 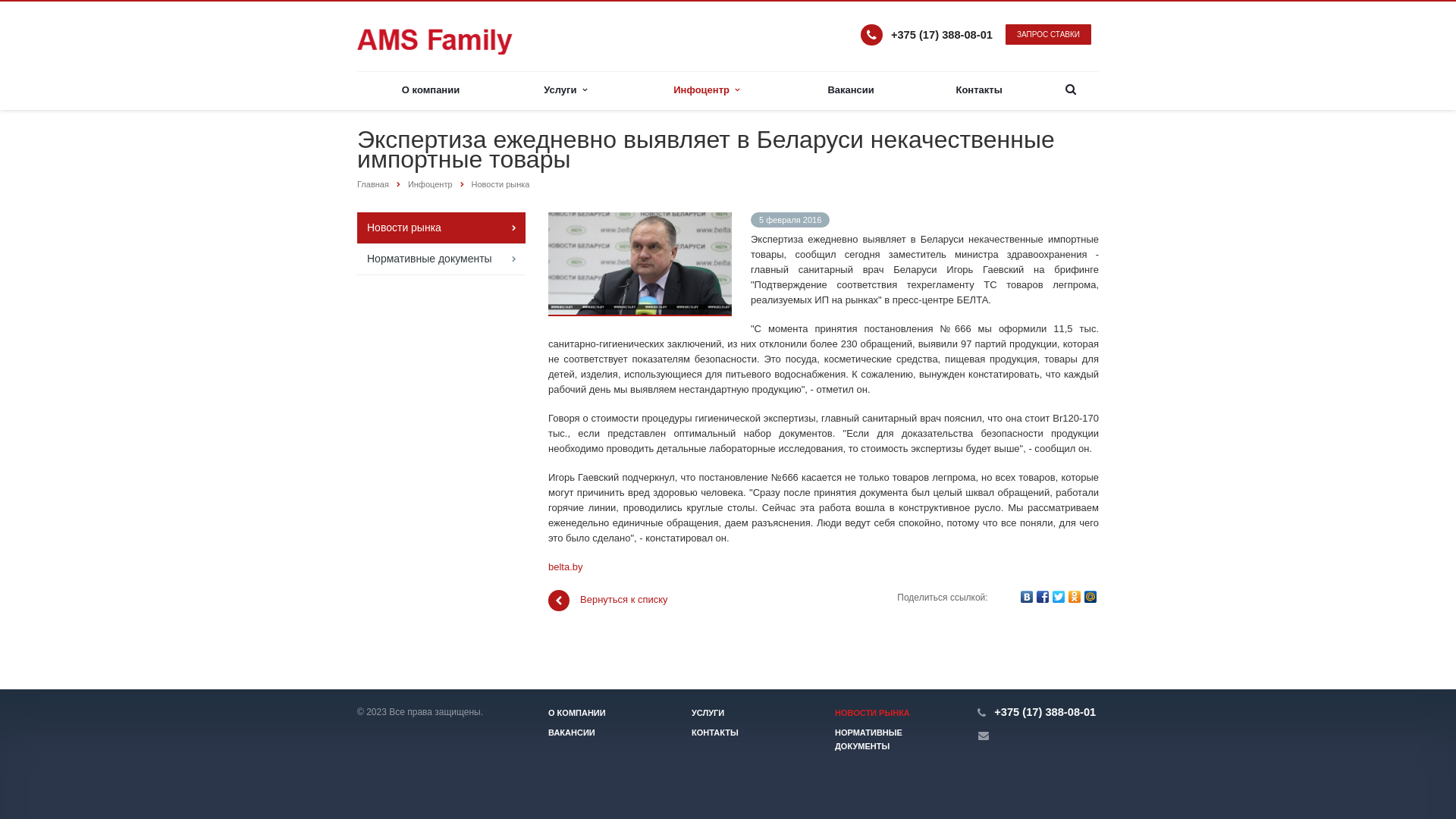 What do you see at coordinates (548, 566) in the screenshot?
I see `'belta.by'` at bounding box center [548, 566].